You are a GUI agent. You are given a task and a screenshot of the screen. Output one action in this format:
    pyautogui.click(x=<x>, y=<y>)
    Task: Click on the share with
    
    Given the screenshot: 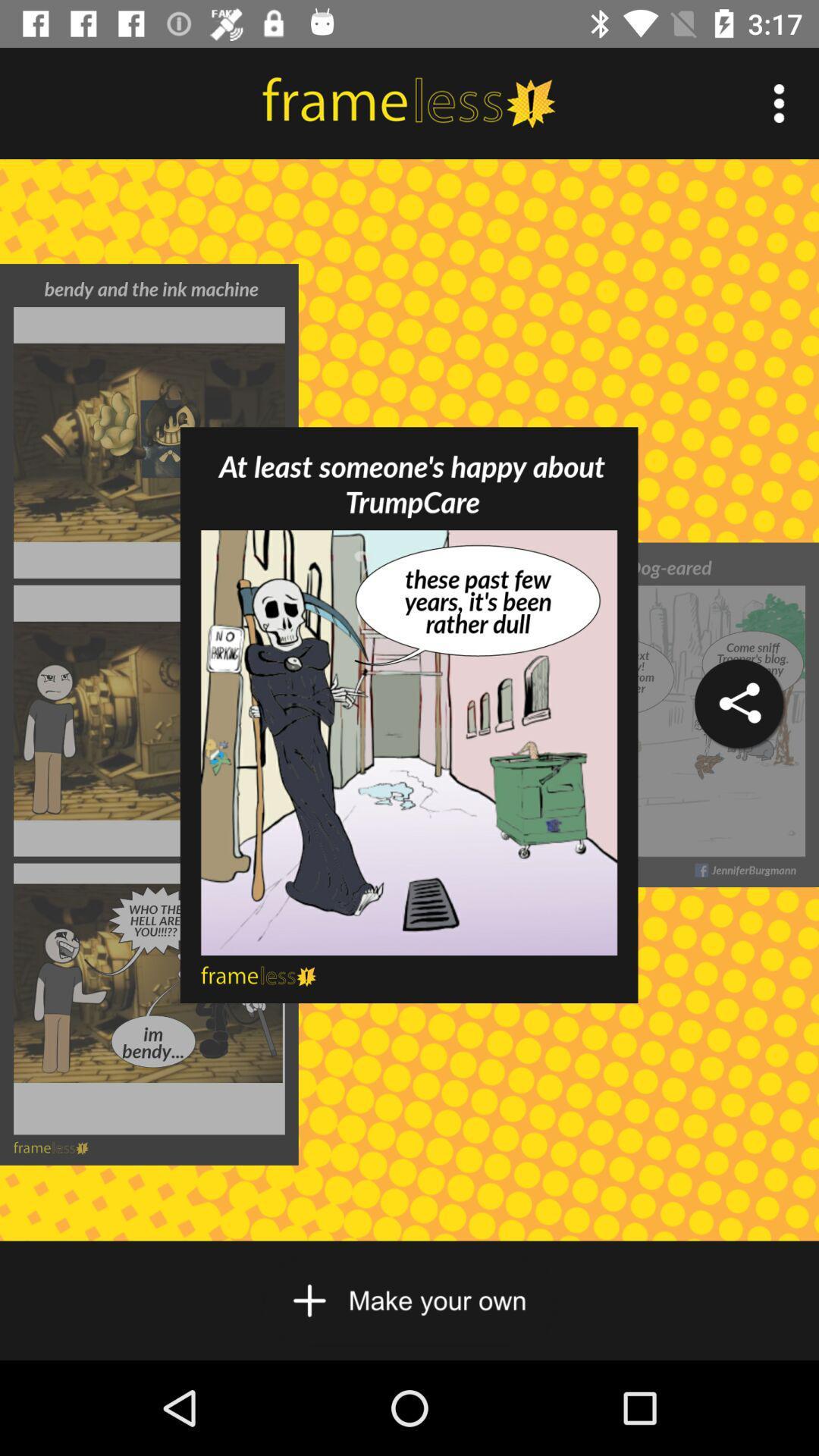 What is the action you would take?
    pyautogui.click(x=738, y=703)
    